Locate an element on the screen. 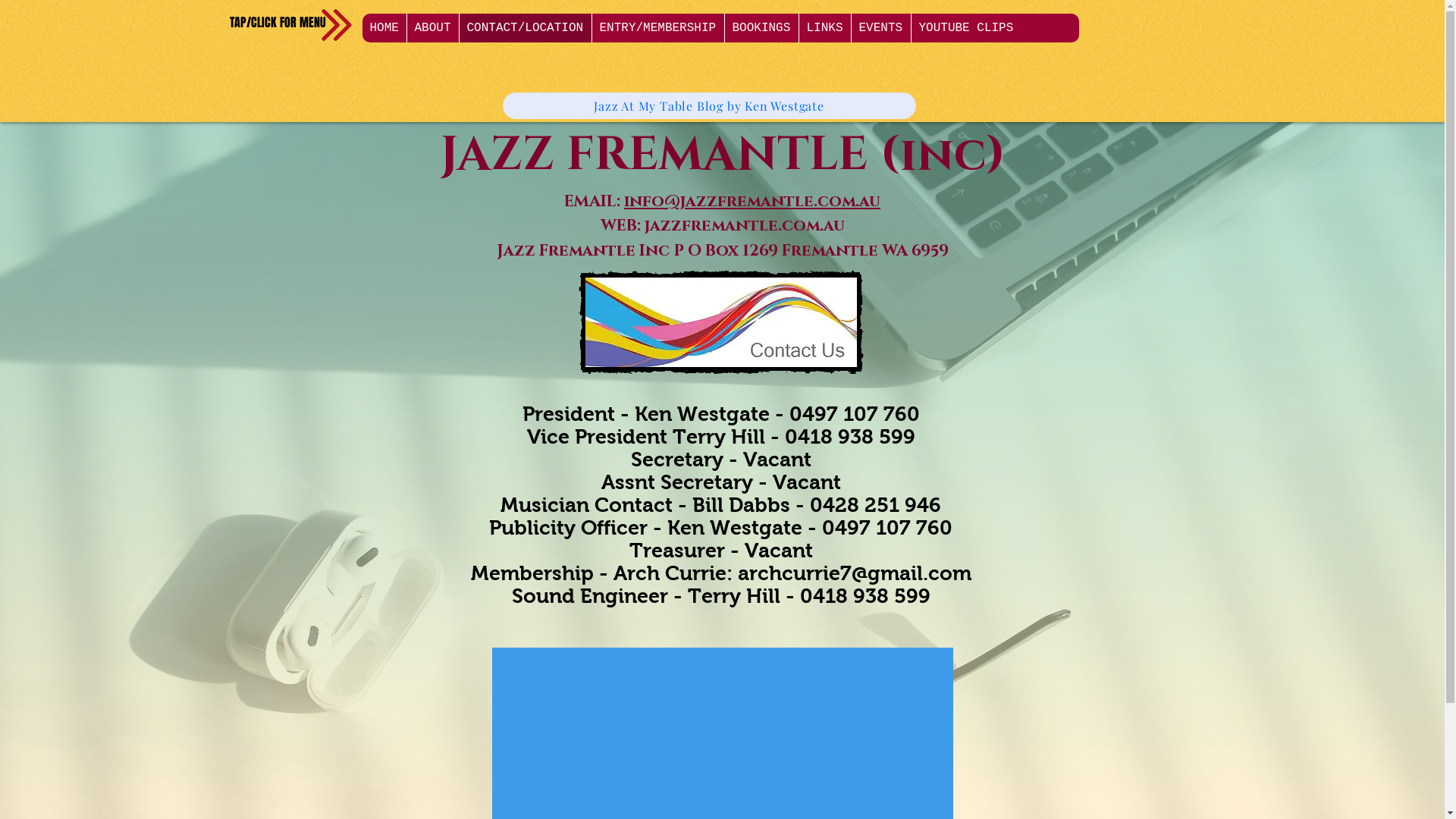  'archcurrie7@gmail.com' is located at coordinates (854, 573).